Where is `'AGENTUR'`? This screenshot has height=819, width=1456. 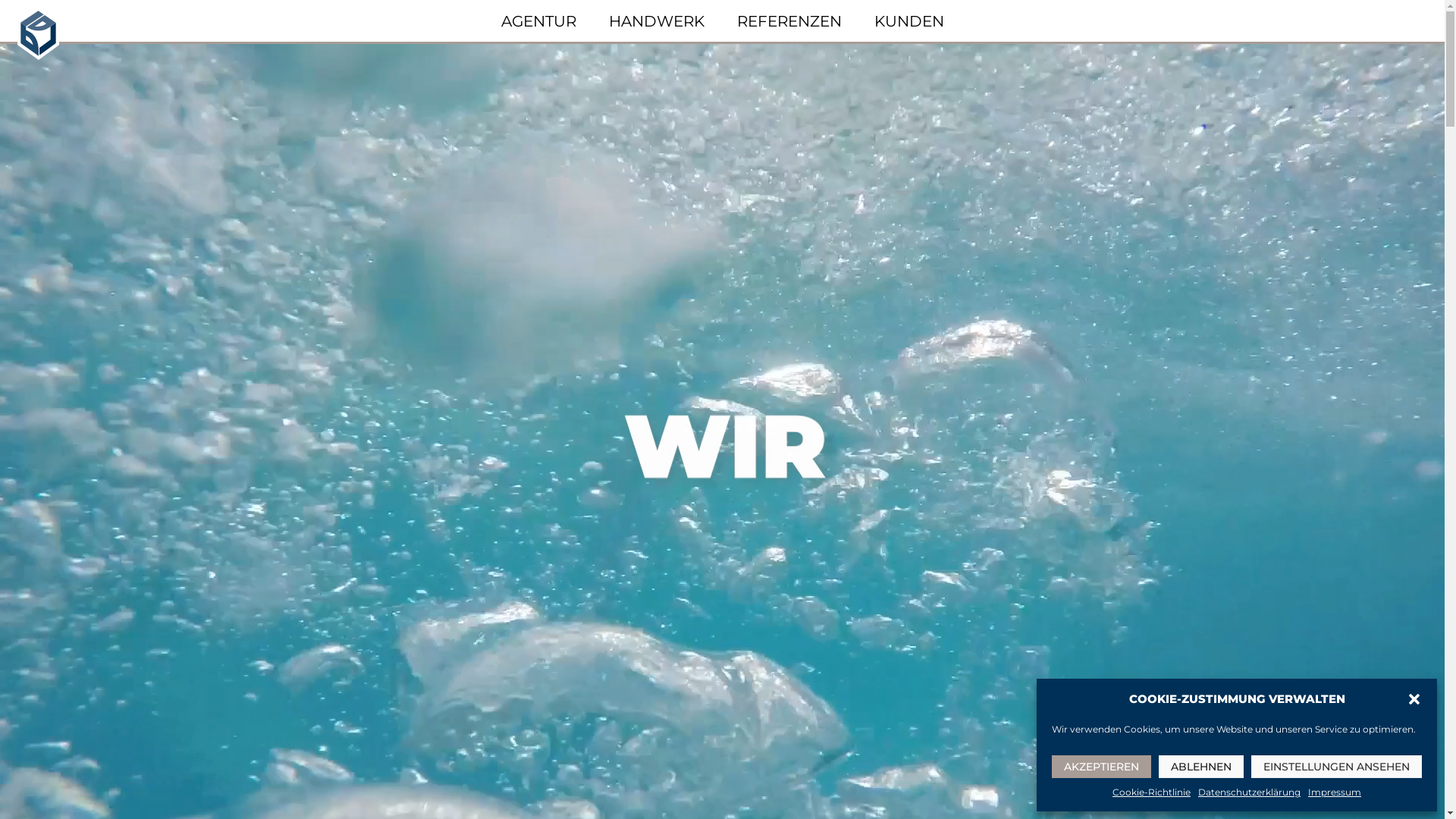
'AGENTUR' is located at coordinates (500, 20).